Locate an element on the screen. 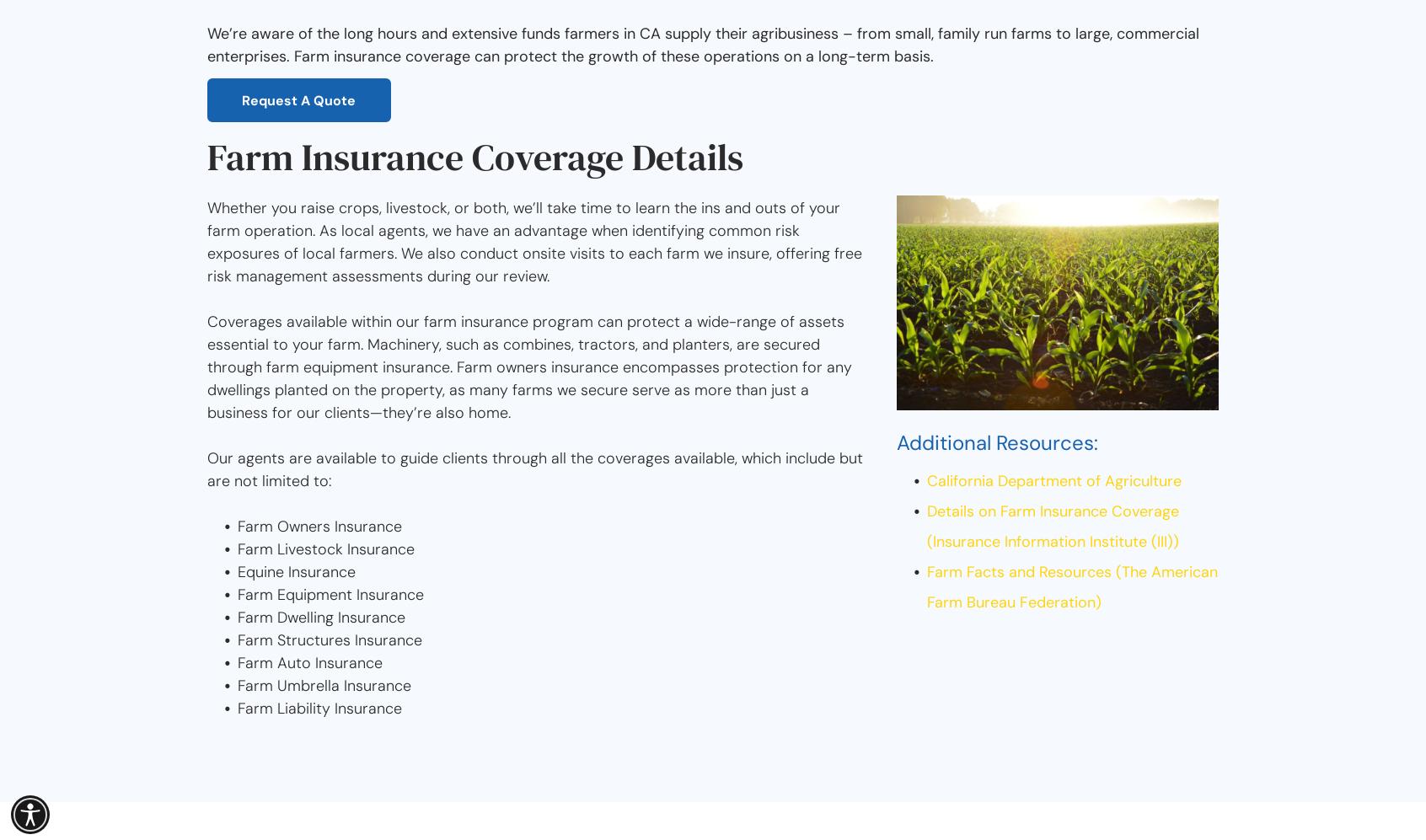 This screenshot has width=1426, height=840. 'Farm Insurance Coverage Details' is located at coordinates (474, 157).